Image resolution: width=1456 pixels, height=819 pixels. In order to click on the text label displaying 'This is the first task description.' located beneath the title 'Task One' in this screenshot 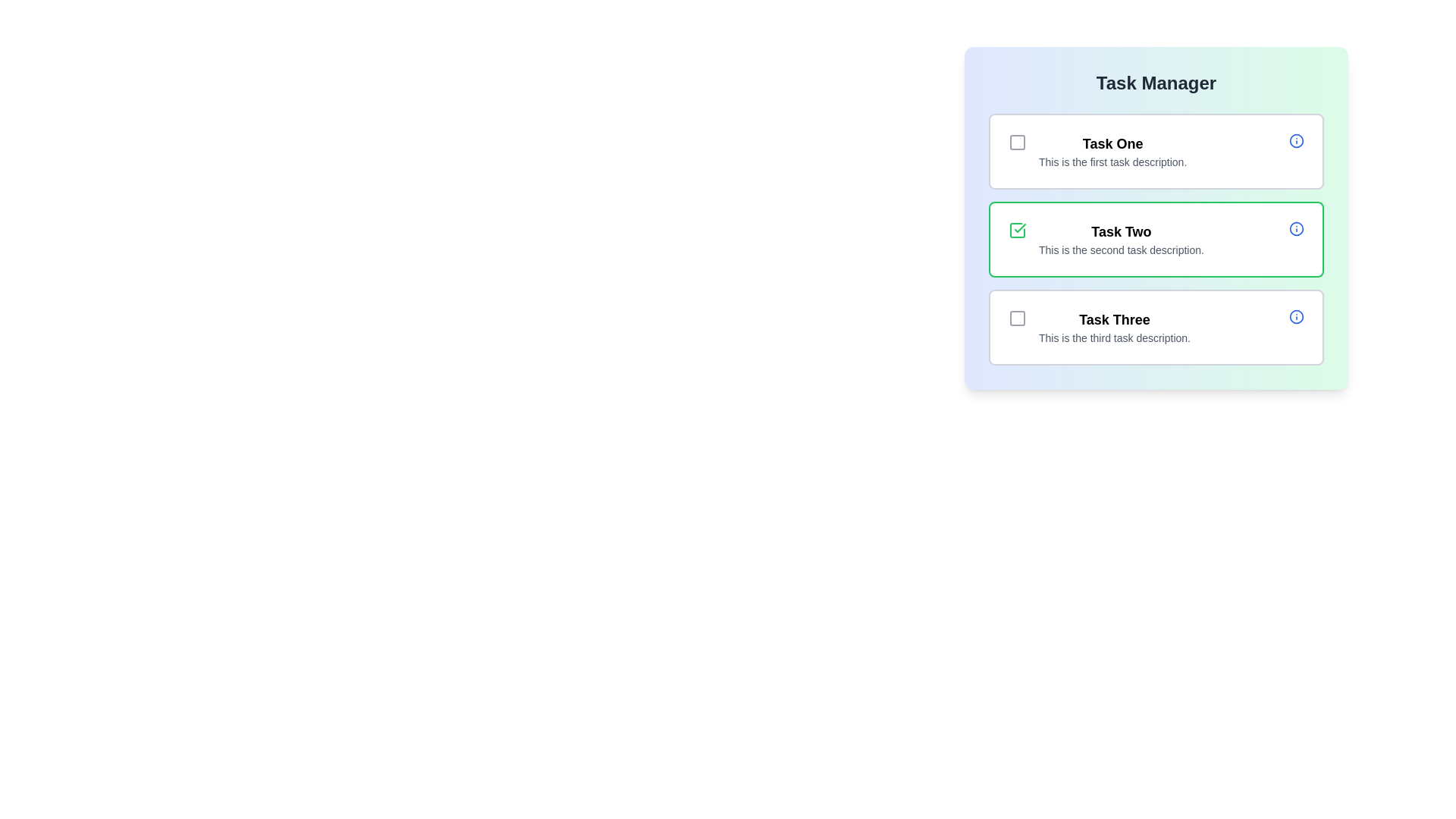, I will do `click(1112, 162)`.